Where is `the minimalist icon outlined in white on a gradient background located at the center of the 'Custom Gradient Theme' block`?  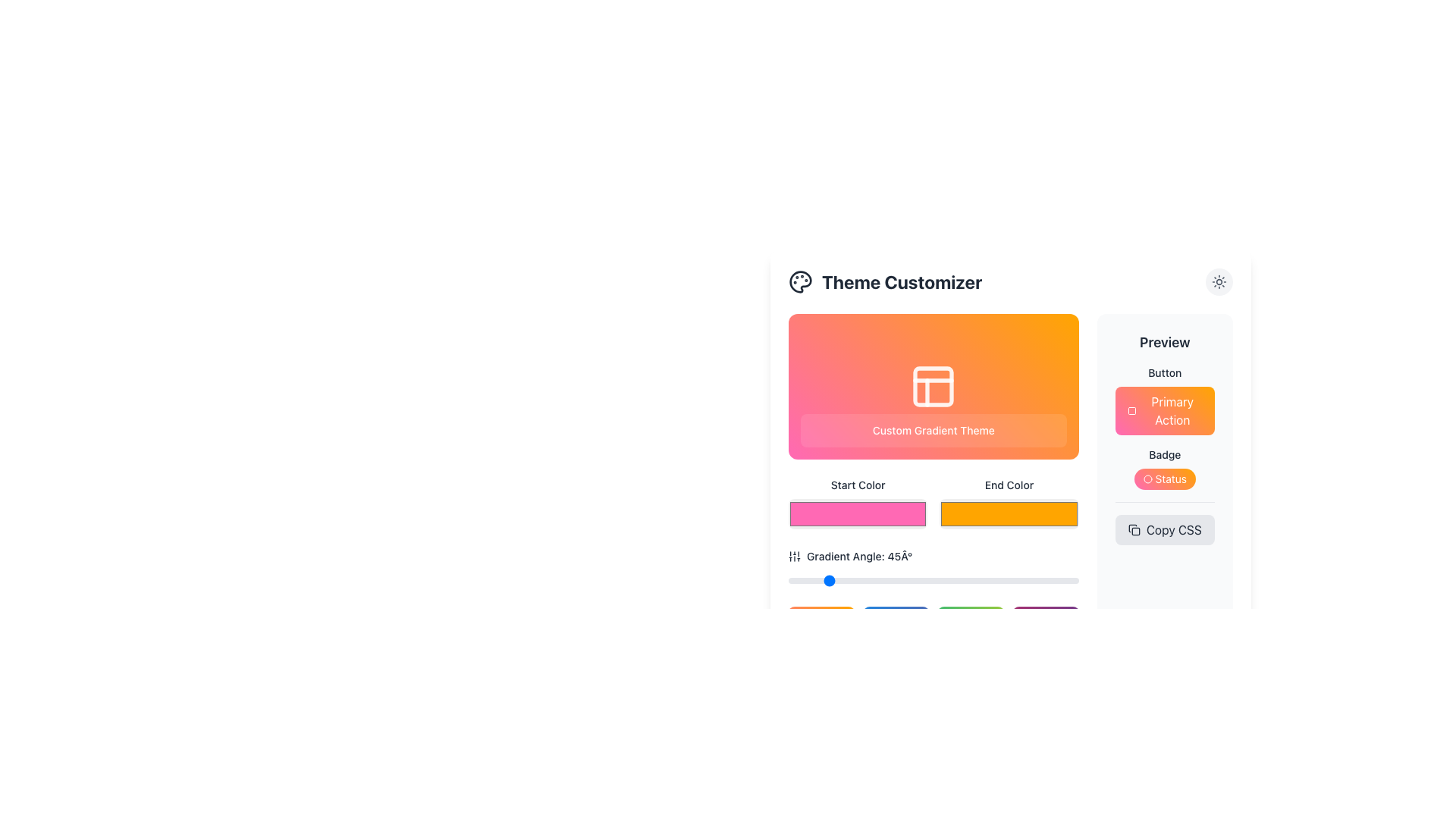 the minimalist icon outlined in white on a gradient background located at the center of the 'Custom Gradient Theme' block is located at coordinates (933, 385).